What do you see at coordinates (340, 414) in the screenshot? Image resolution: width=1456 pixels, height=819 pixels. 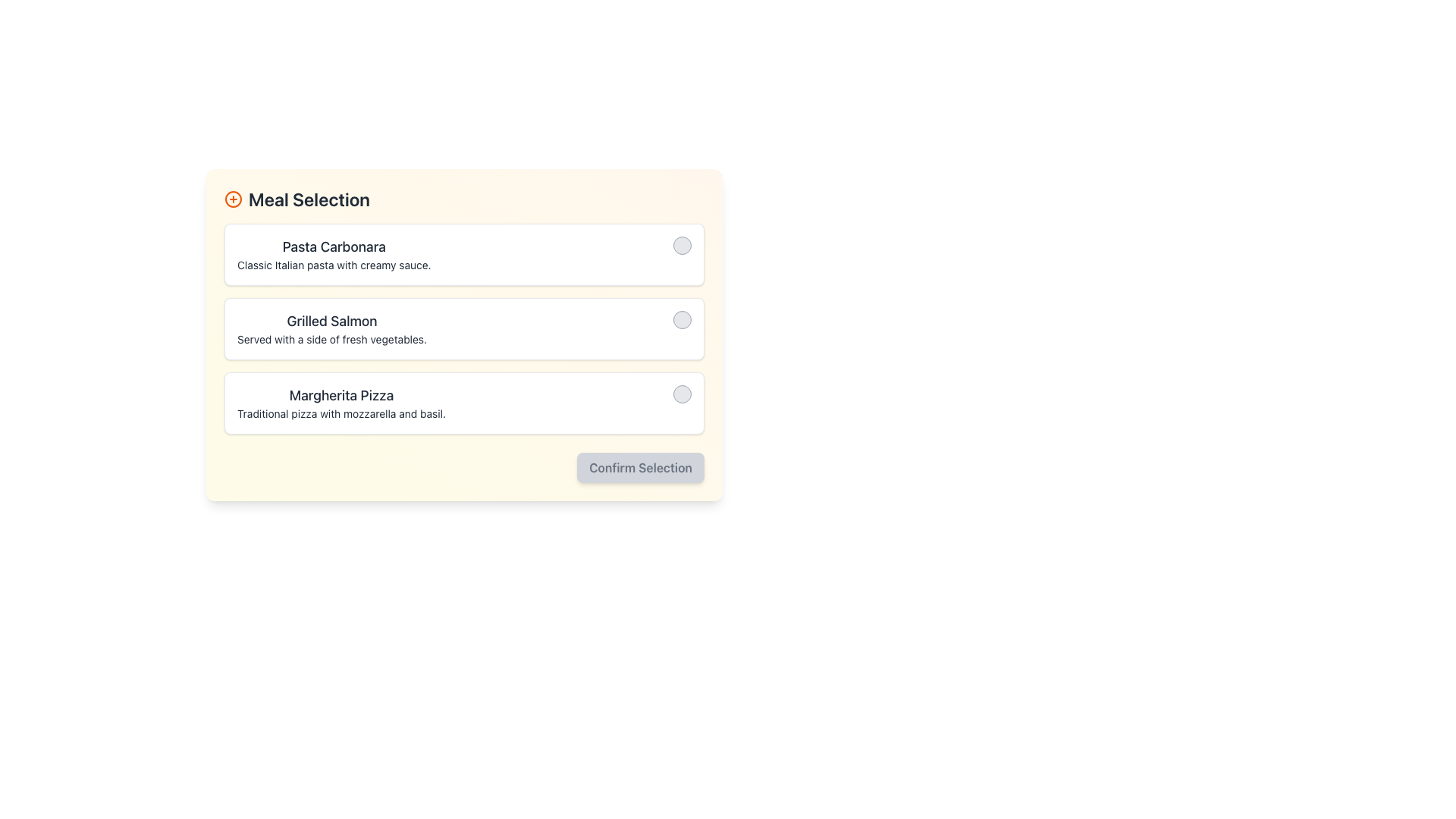 I see `the Text Label containing the description 'Traditional pizza with mozzarella and basil.' located below the title 'Margherita Pizza'` at bounding box center [340, 414].